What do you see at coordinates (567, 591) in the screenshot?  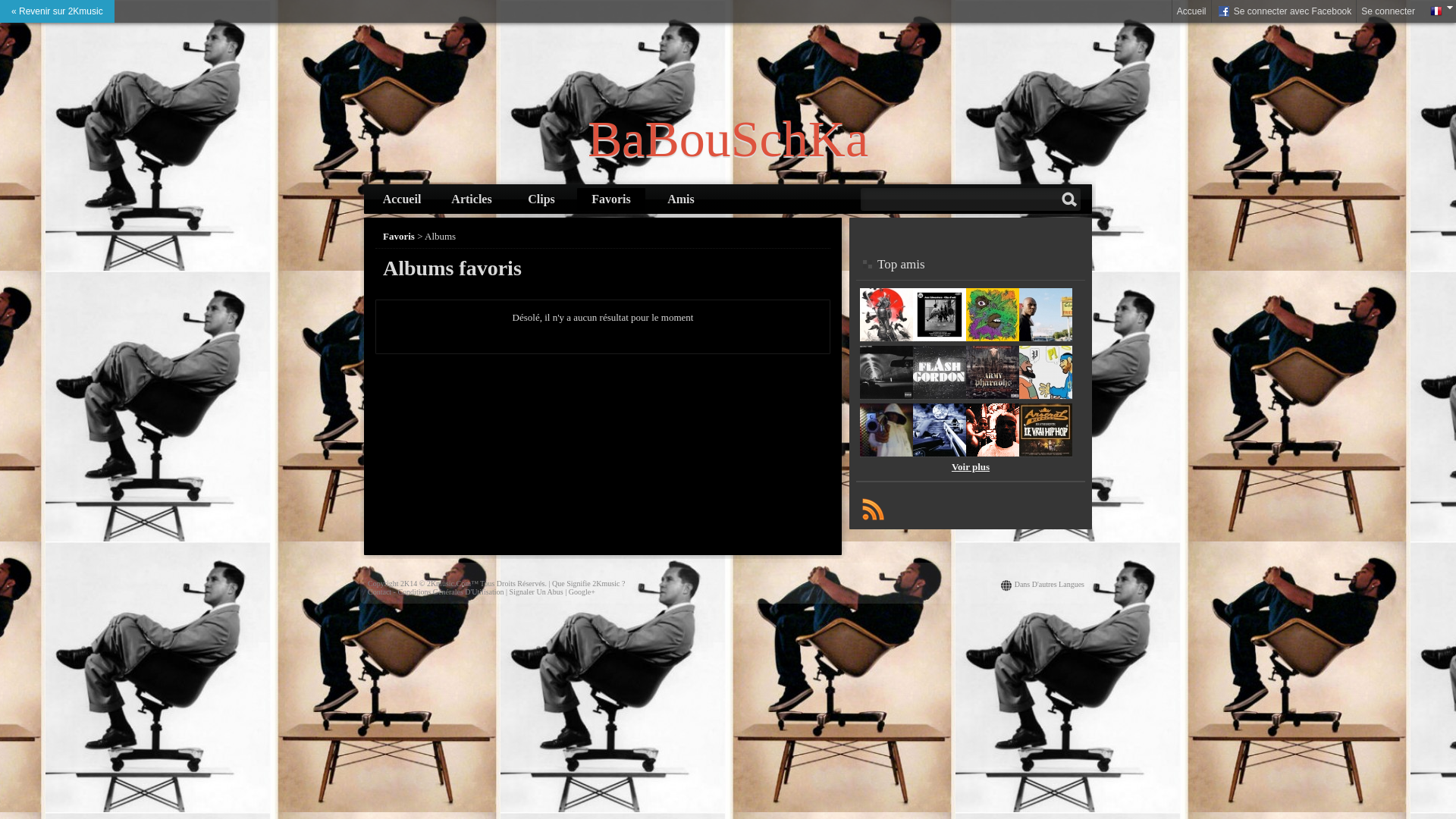 I see `'Google+'` at bounding box center [567, 591].